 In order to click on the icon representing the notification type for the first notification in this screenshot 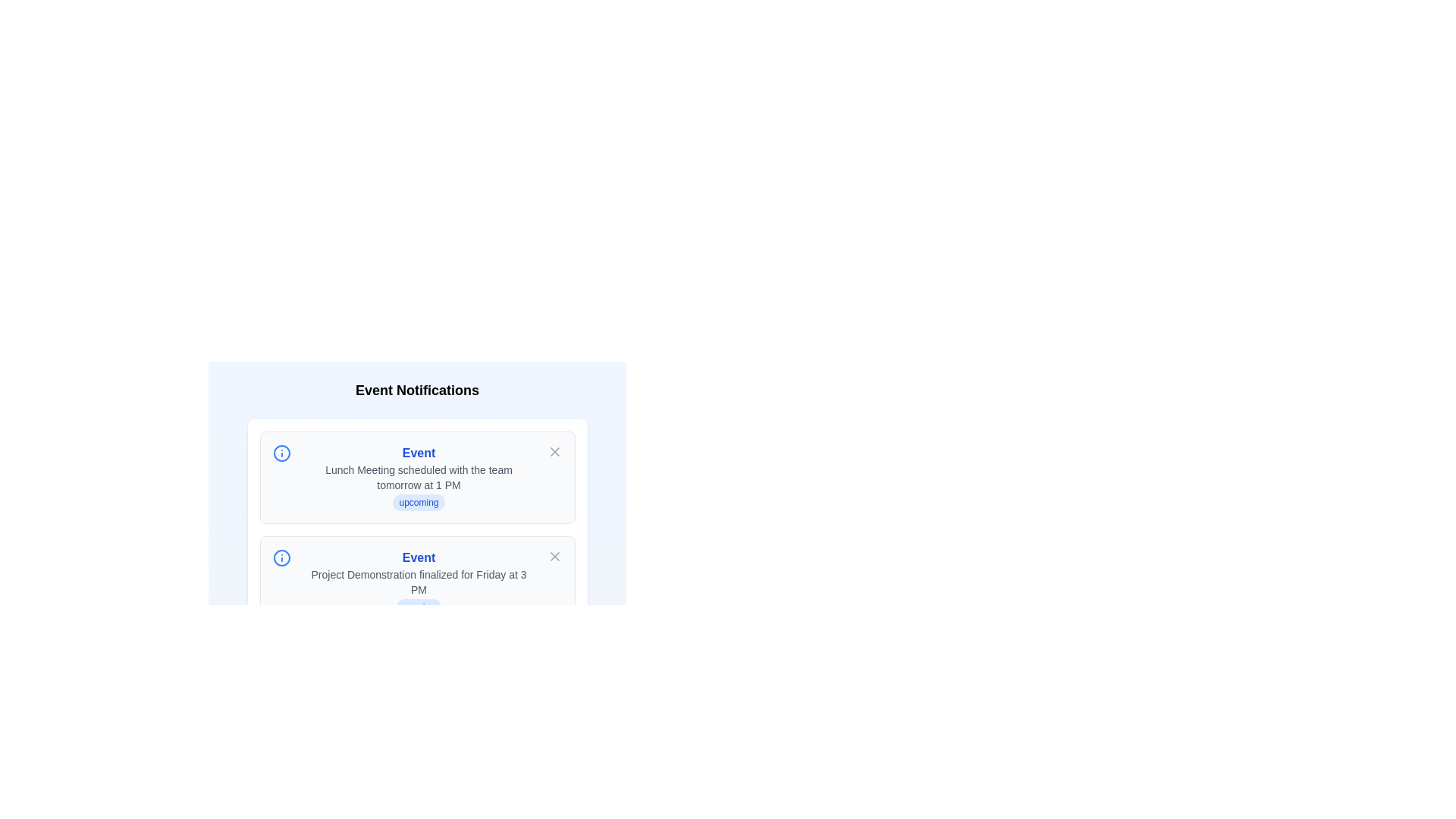, I will do `click(281, 452)`.